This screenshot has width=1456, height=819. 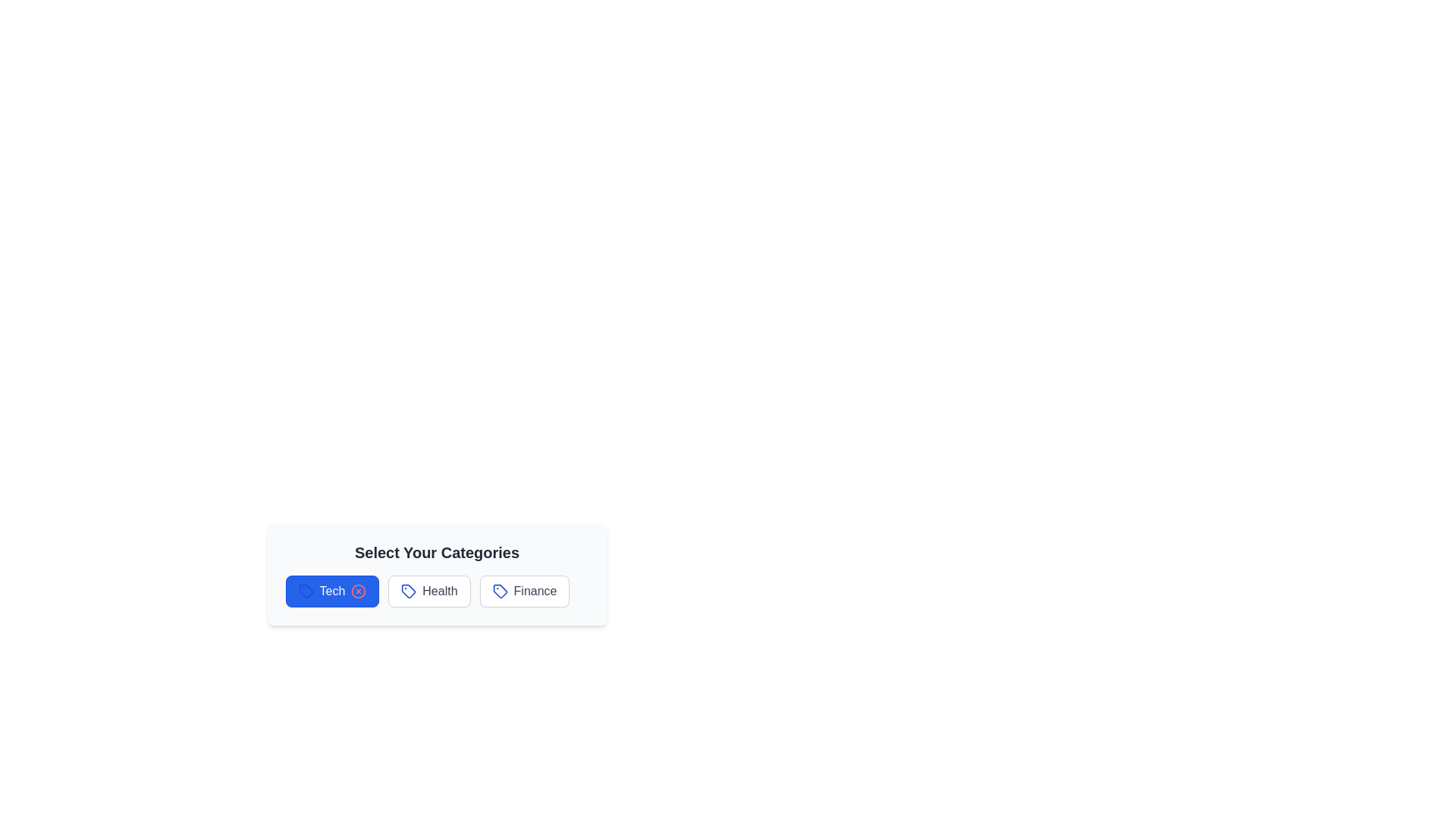 What do you see at coordinates (524, 590) in the screenshot?
I see `the category Finance to visualize its hover effect` at bounding box center [524, 590].